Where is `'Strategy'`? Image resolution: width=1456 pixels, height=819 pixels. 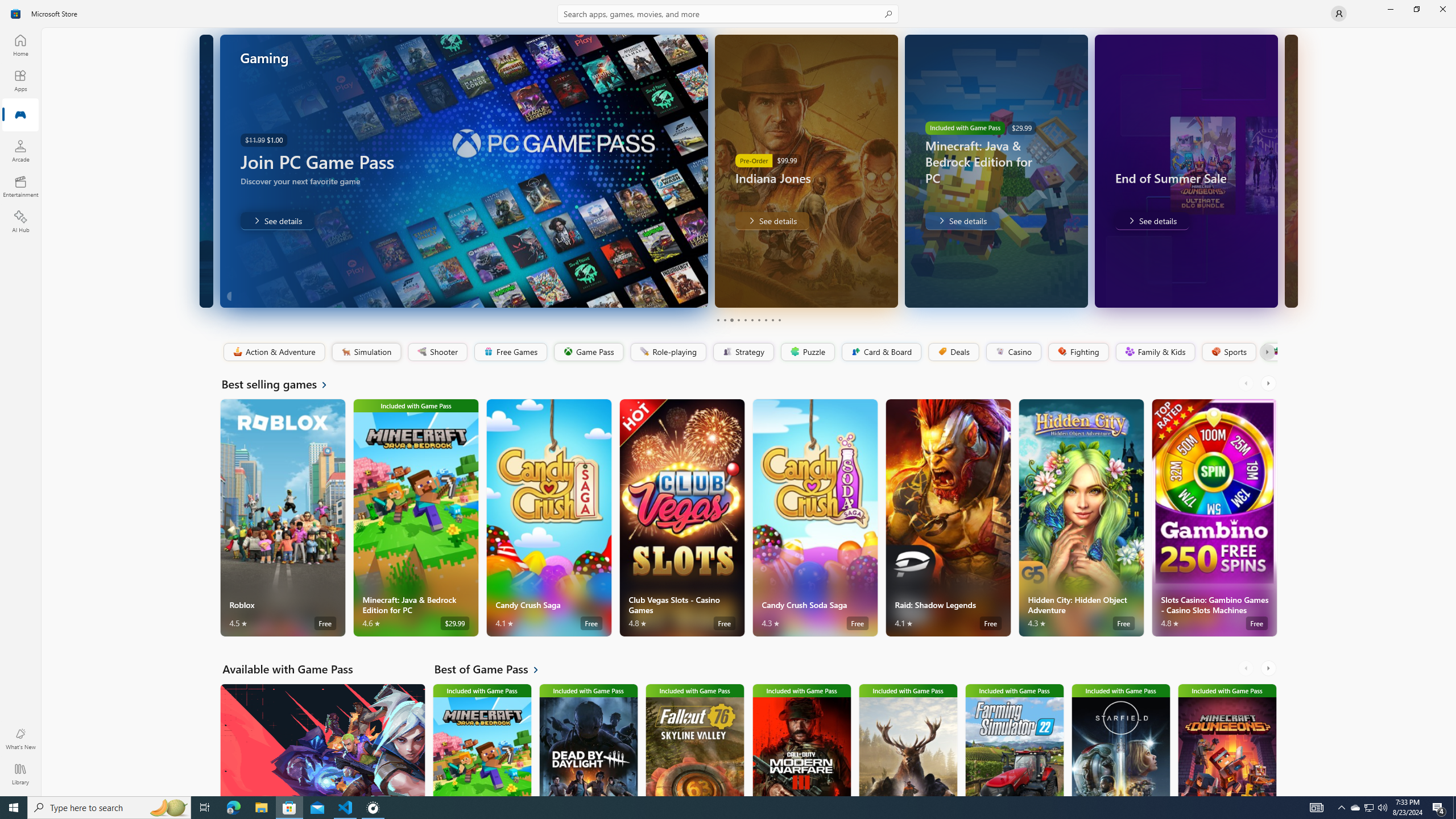 'Strategy' is located at coordinates (742, 351).